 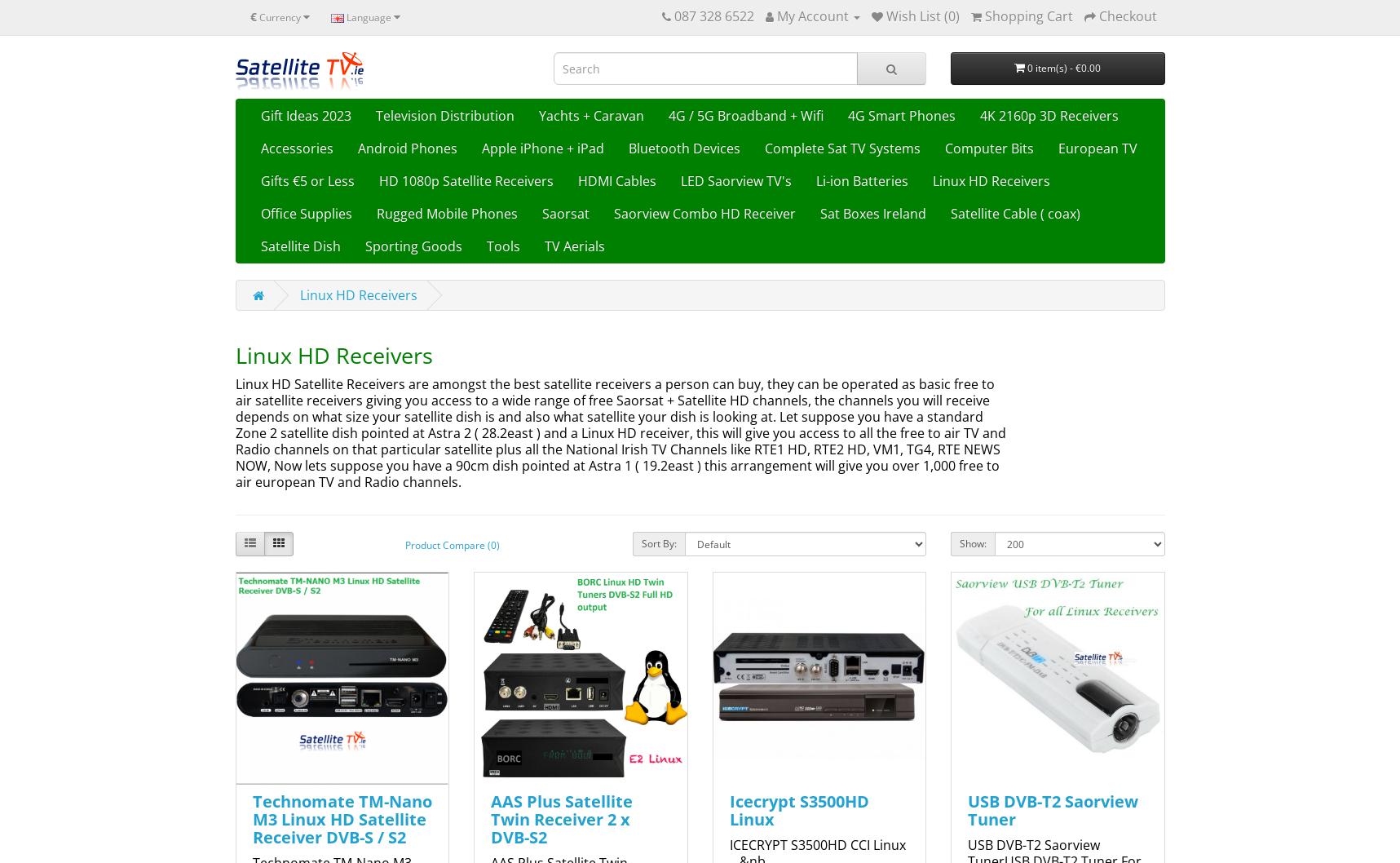 I want to click on 'Show:', so click(x=972, y=542).